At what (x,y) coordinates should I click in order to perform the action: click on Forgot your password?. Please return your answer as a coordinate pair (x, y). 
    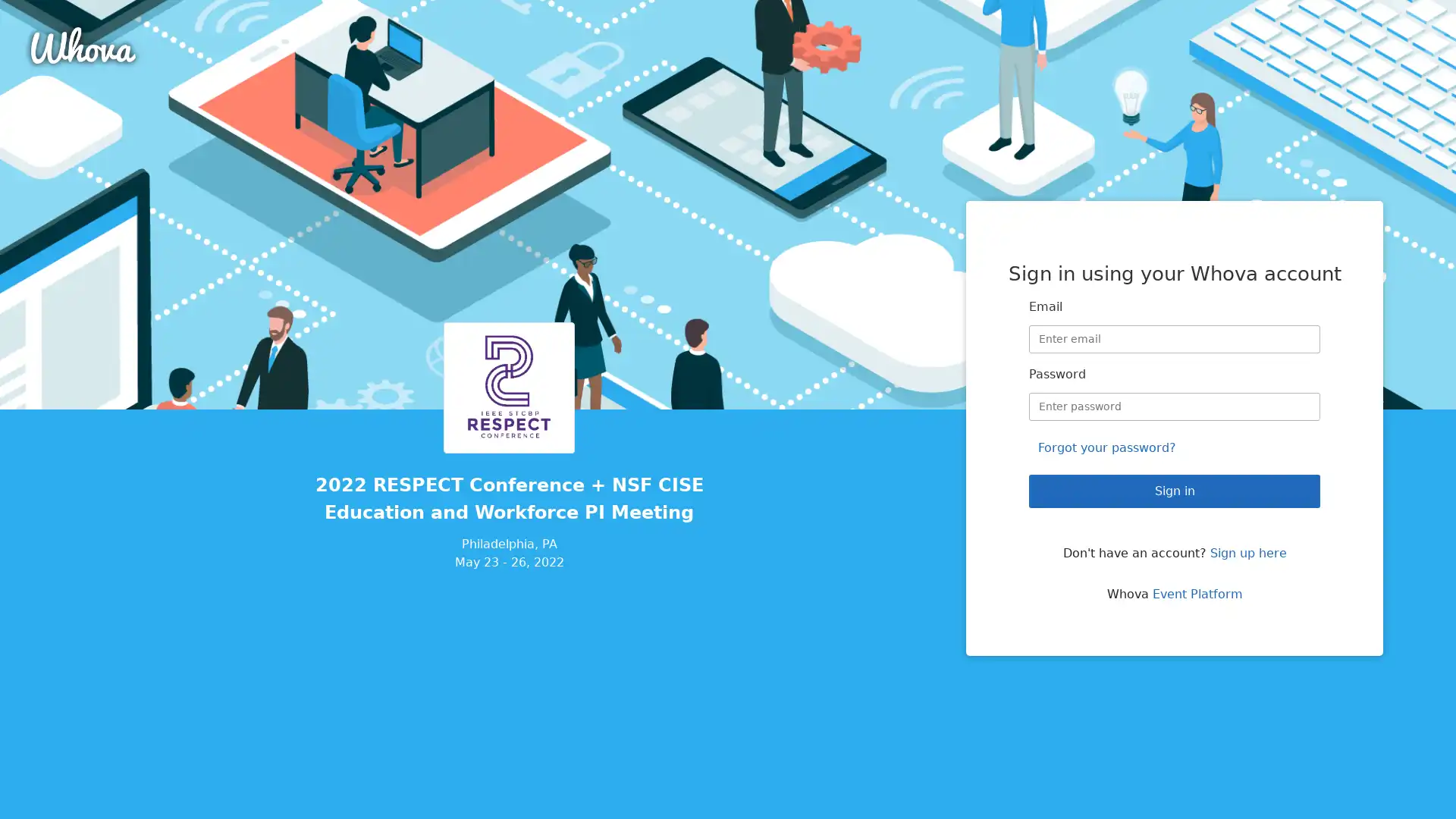
    Looking at the image, I should click on (1106, 447).